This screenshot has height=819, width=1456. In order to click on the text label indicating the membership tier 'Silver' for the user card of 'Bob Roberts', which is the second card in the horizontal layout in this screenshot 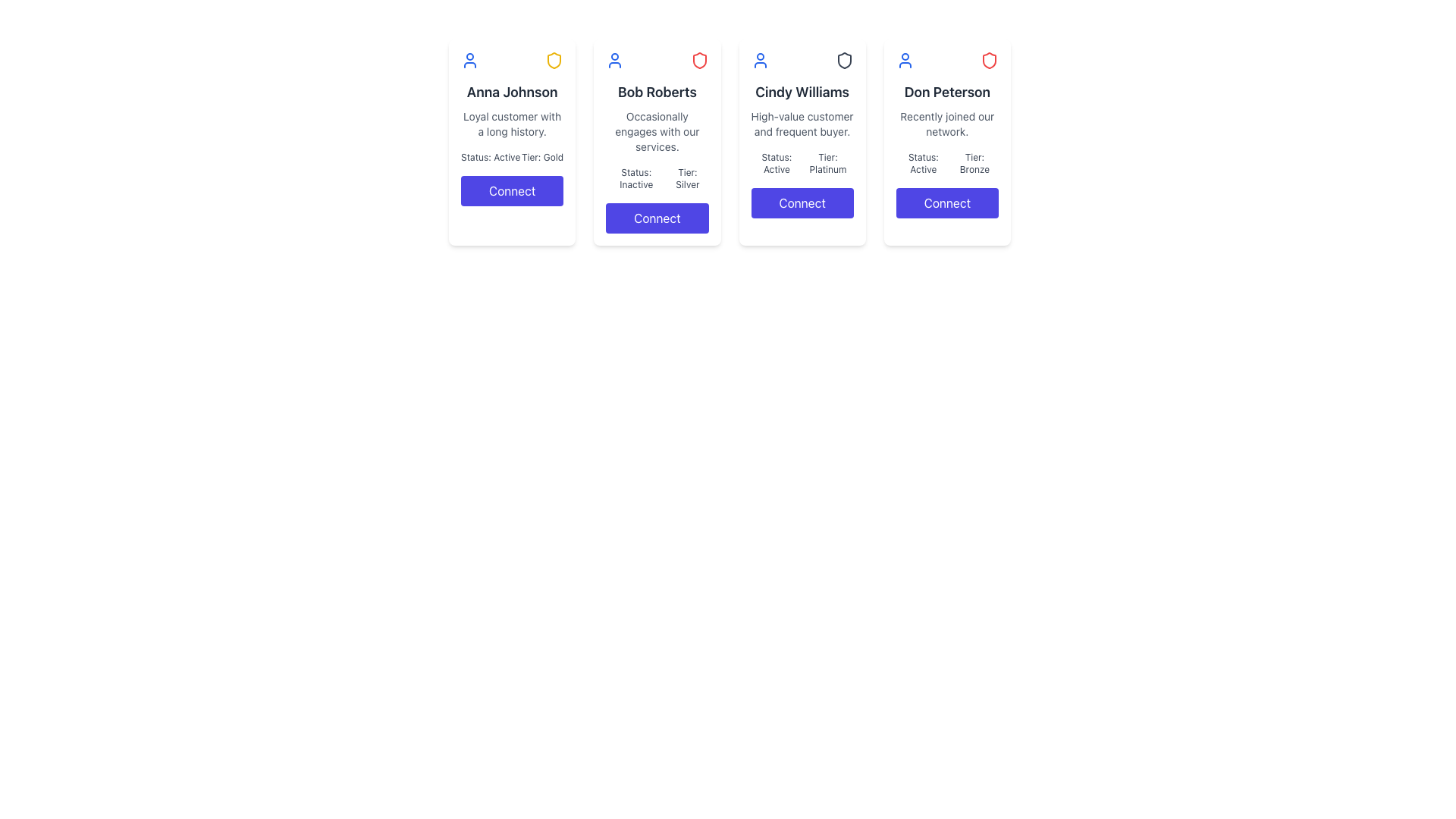, I will do `click(686, 177)`.